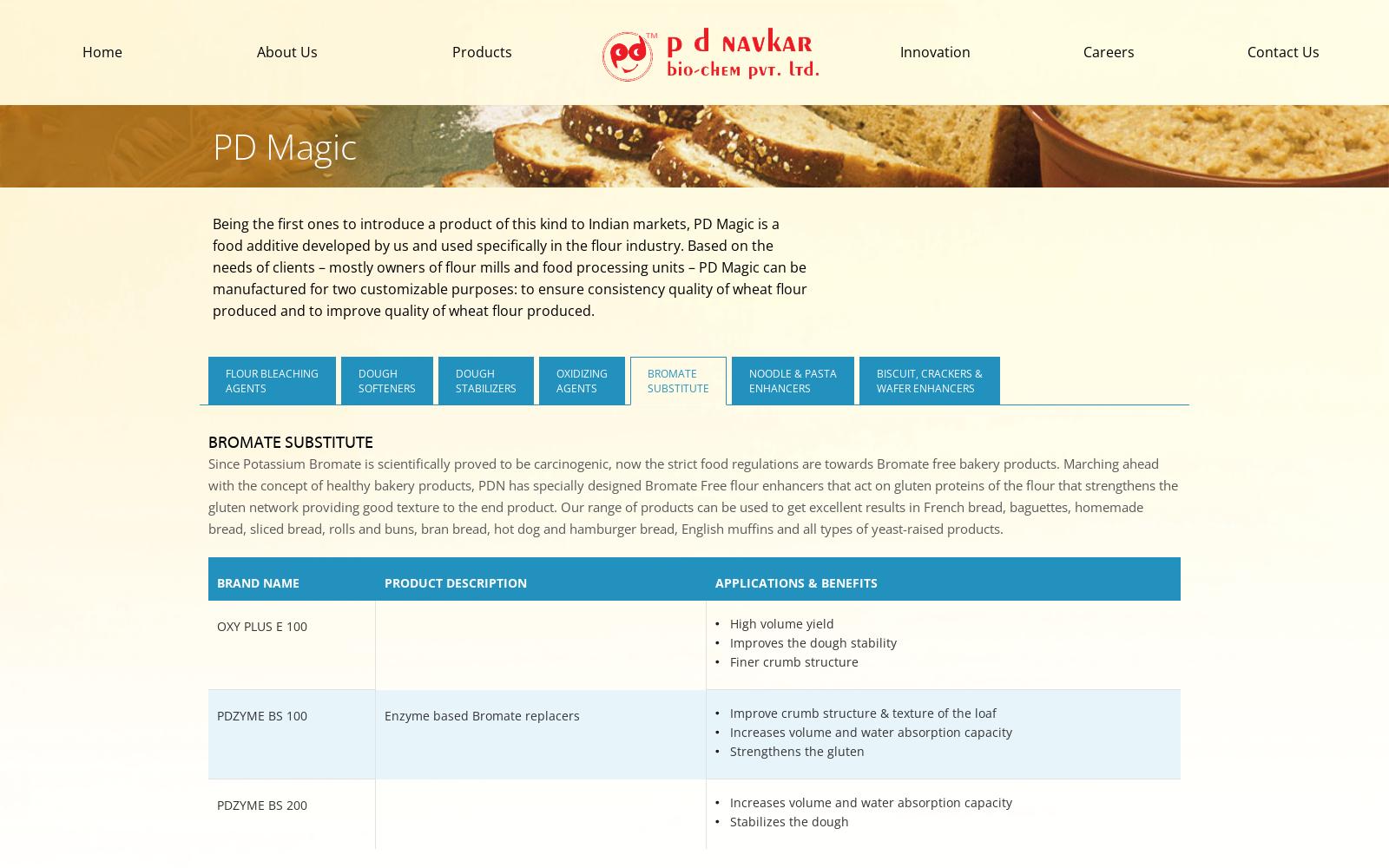 The height and width of the screenshot is (868, 1389). What do you see at coordinates (454, 582) in the screenshot?
I see `'PRODUCT DESCRIPTION'` at bounding box center [454, 582].